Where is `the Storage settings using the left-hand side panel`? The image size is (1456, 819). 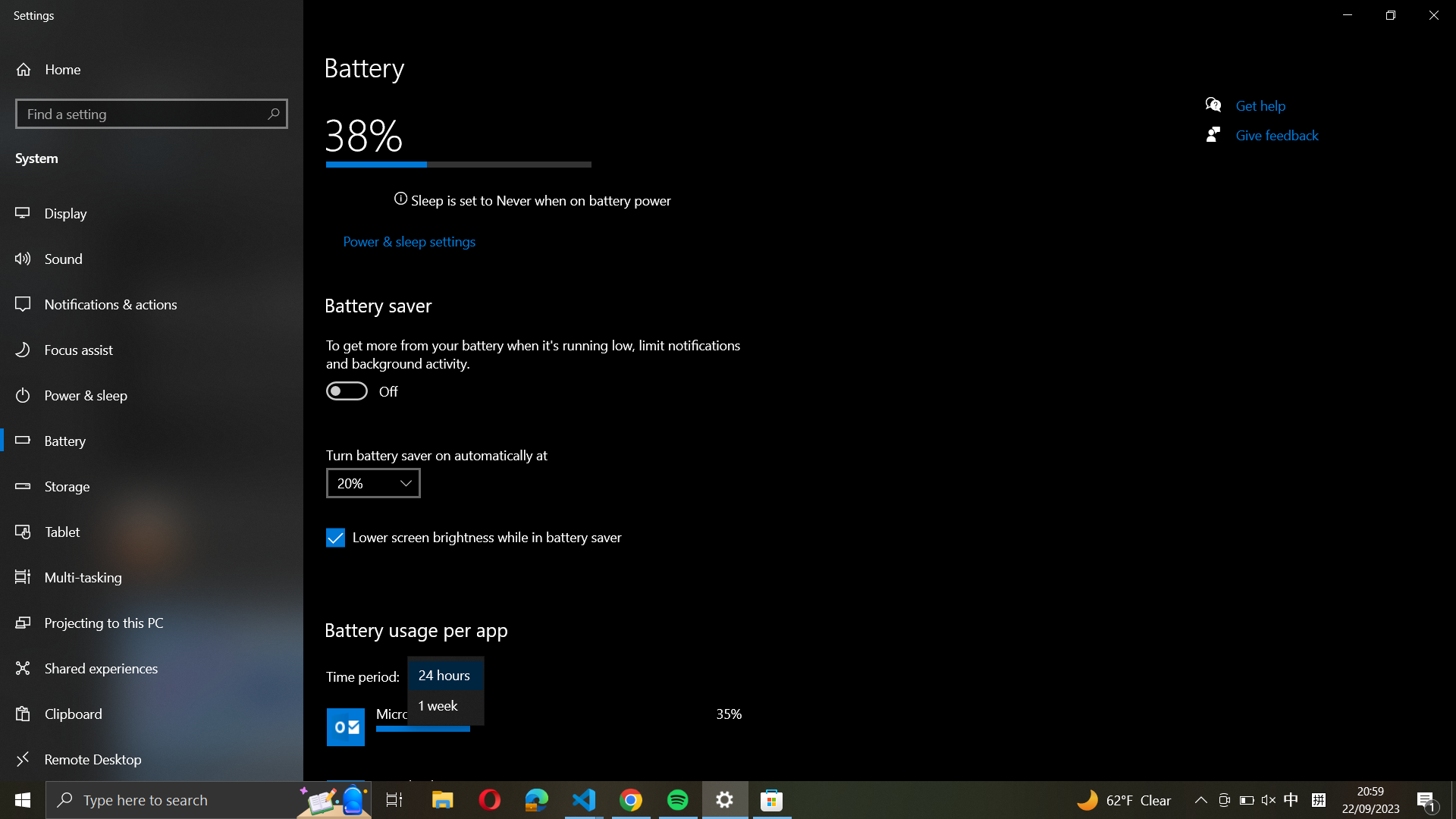 the Storage settings using the left-hand side panel is located at coordinates (153, 488).